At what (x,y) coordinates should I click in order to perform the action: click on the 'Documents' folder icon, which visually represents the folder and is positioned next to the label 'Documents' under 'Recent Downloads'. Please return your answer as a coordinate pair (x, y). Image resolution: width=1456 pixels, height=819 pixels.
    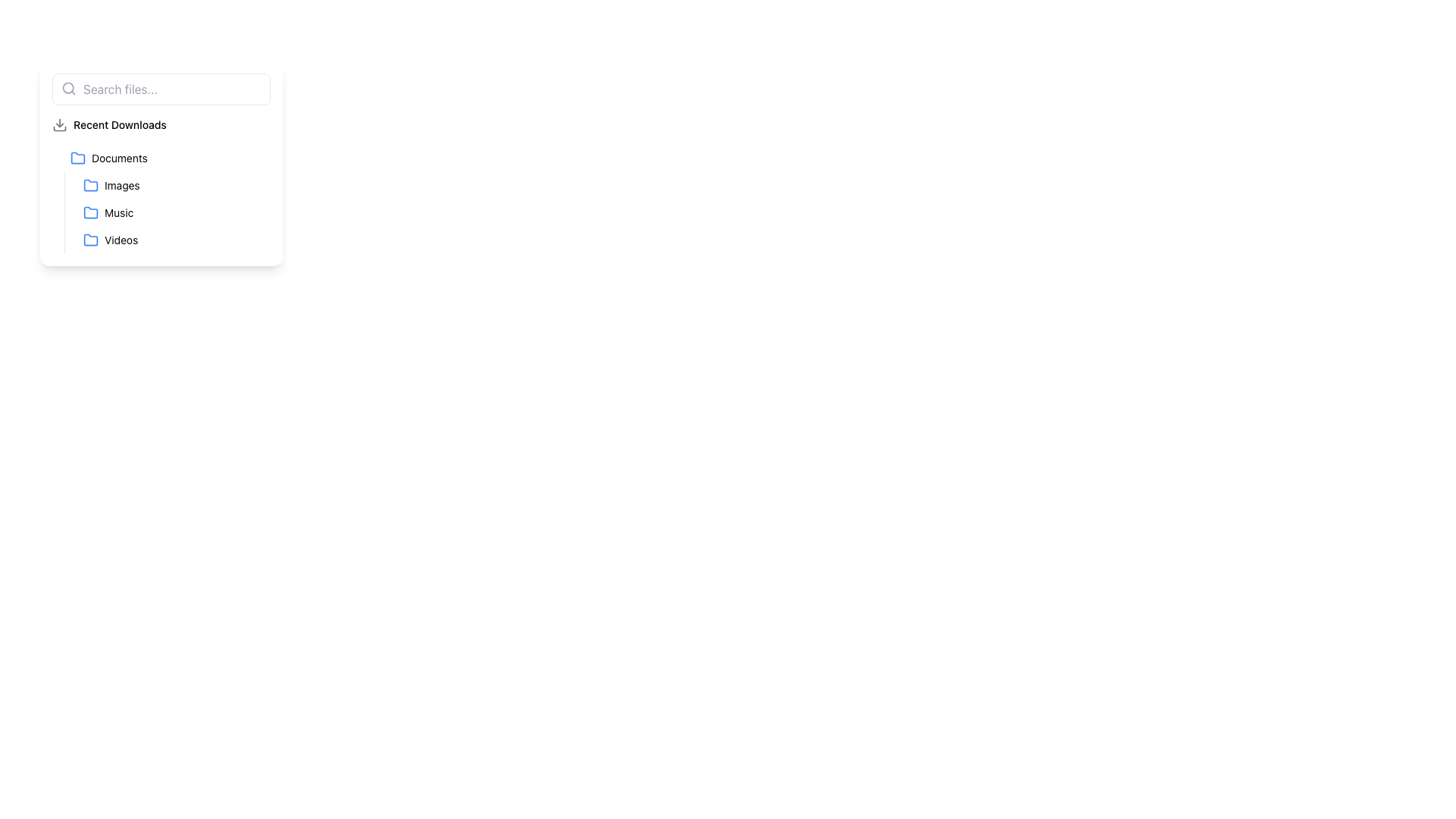
    Looking at the image, I should click on (77, 158).